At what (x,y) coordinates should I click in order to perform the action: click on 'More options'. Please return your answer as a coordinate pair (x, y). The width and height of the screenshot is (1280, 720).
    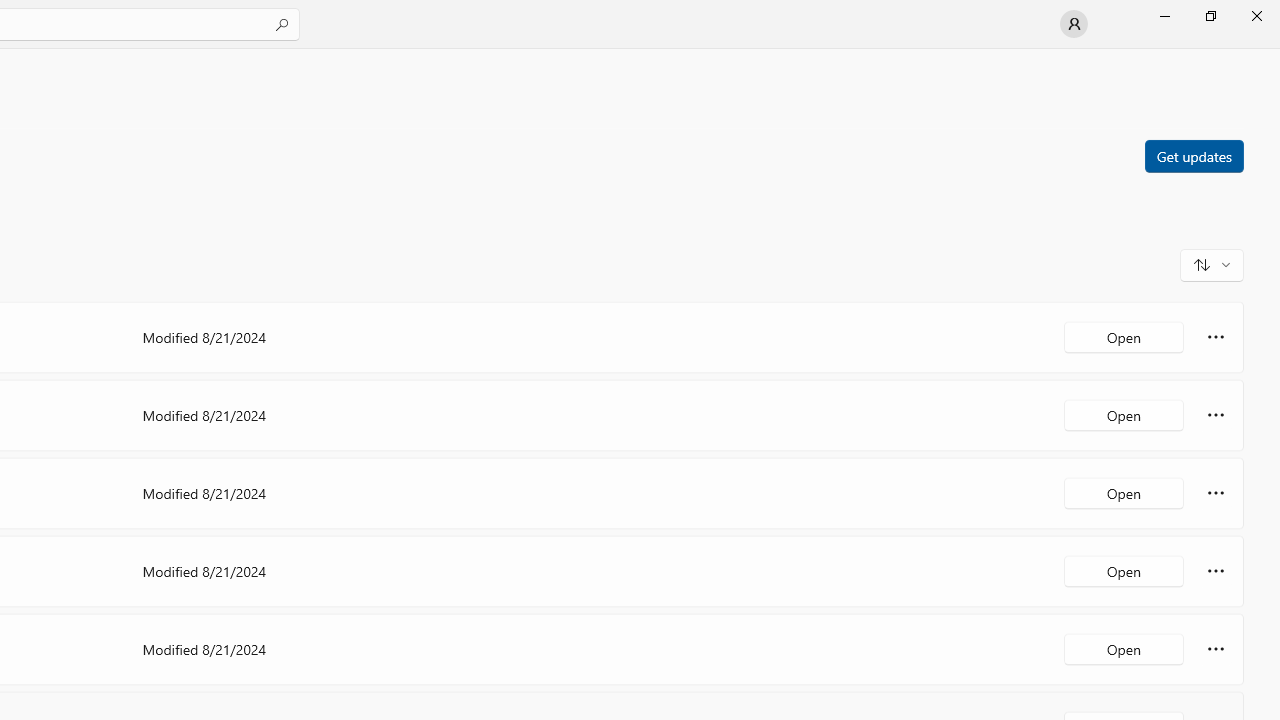
    Looking at the image, I should click on (1215, 649).